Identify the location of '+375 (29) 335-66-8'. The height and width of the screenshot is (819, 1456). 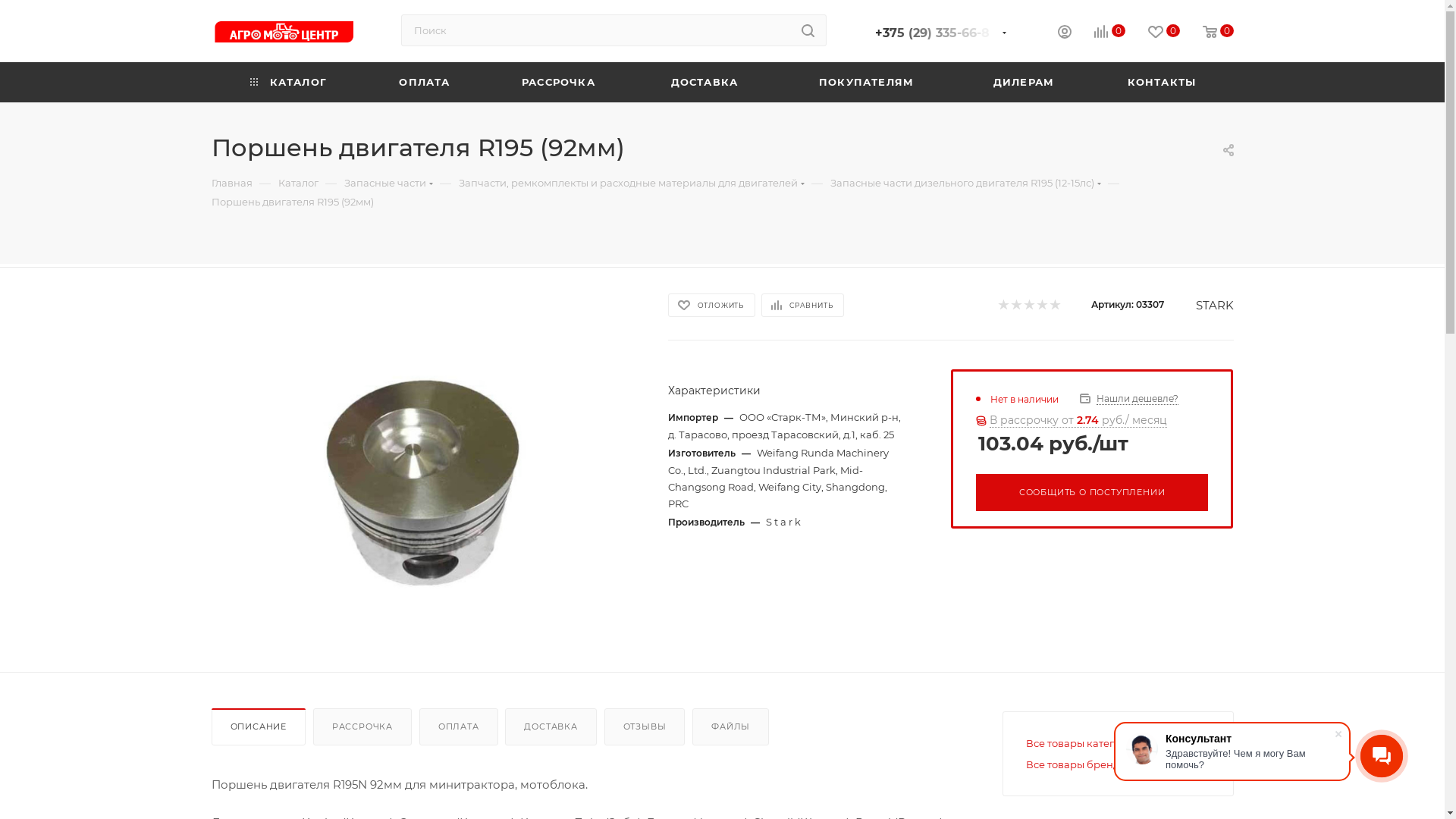
(935, 33).